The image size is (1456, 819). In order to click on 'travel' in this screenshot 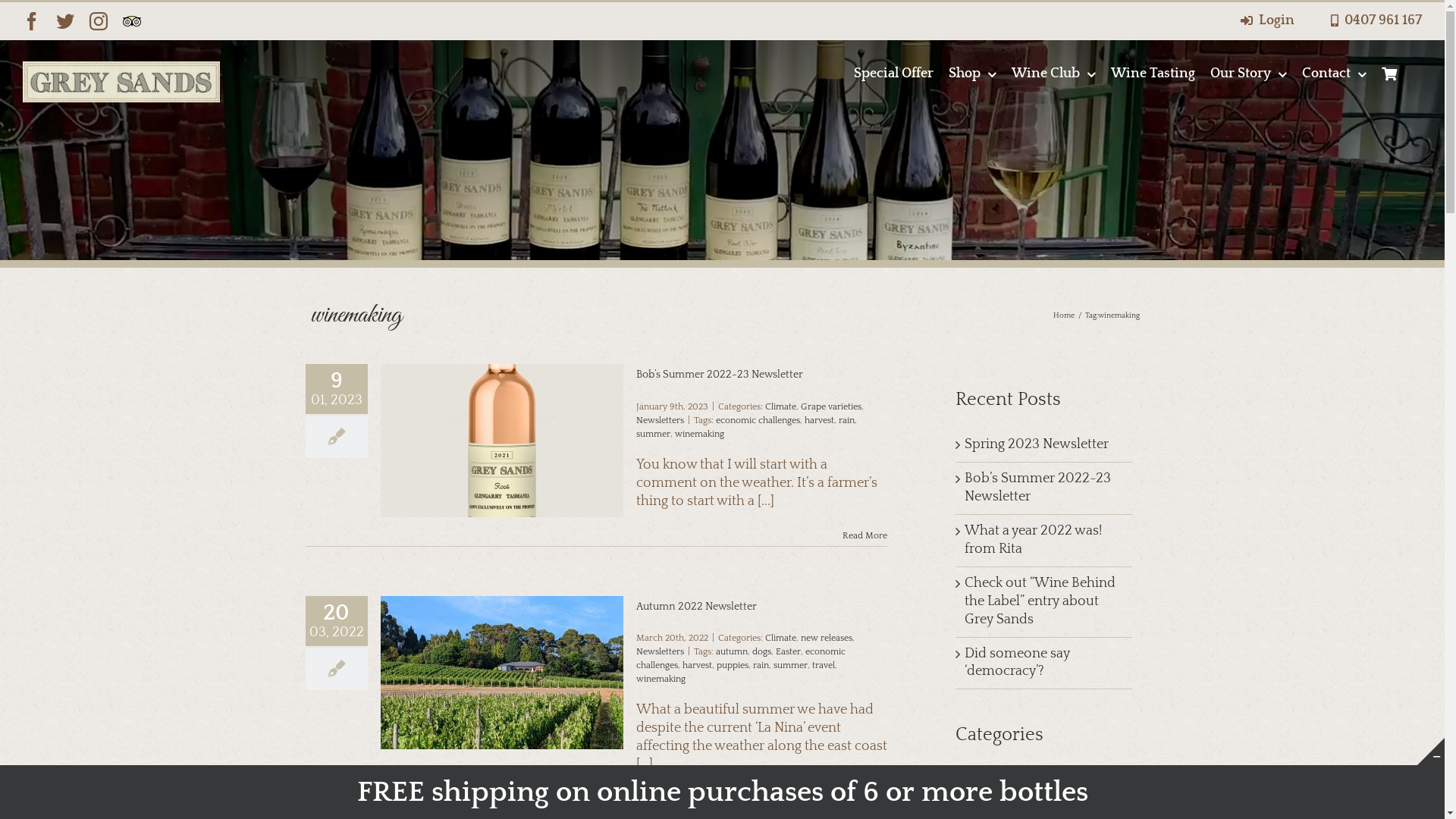, I will do `click(821, 664)`.